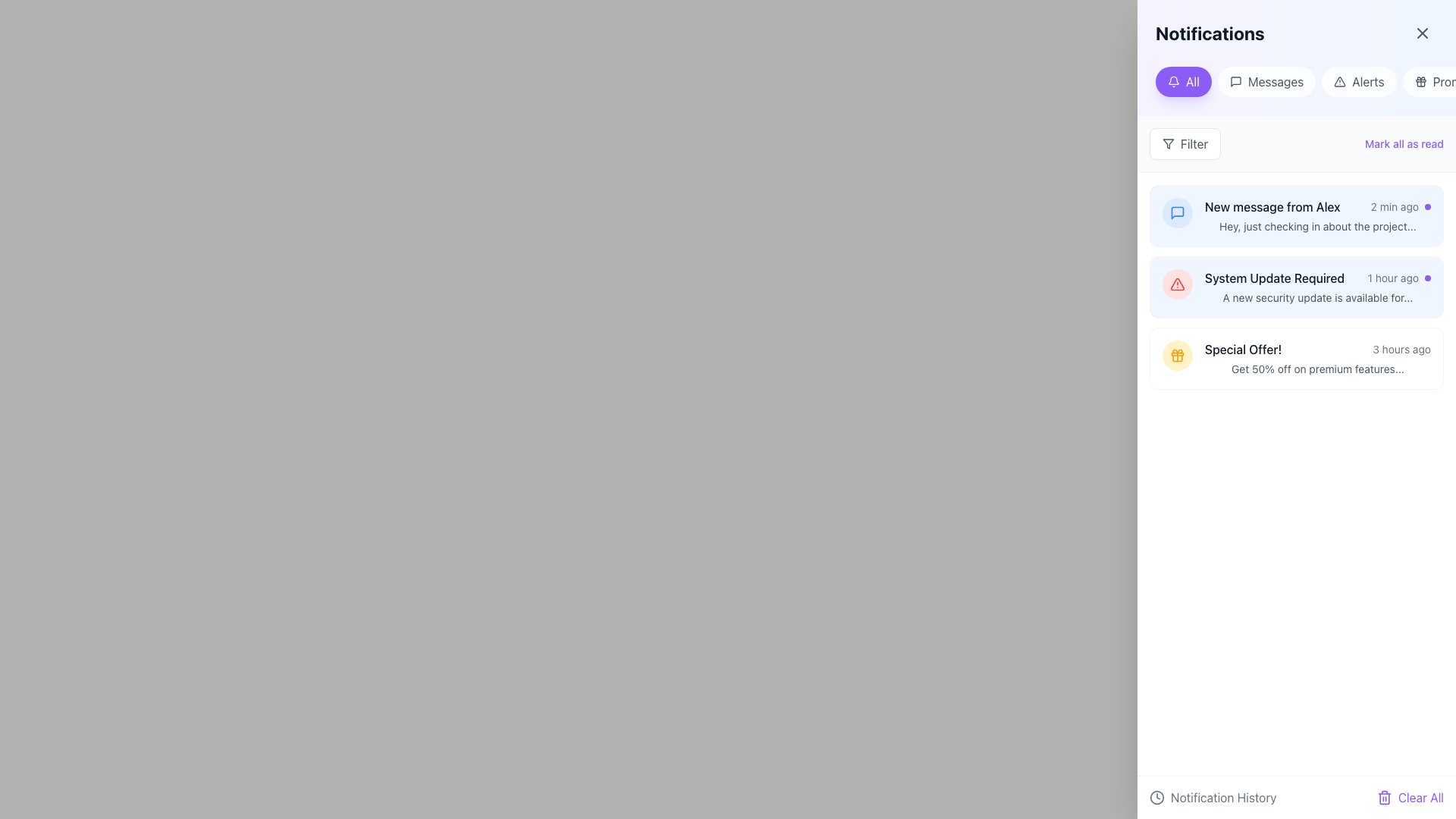 The width and height of the screenshot is (1456, 819). What do you see at coordinates (1422, 33) in the screenshot?
I see `the close or 'X' icon located at the top-right corner of the notification panel` at bounding box center [1422, 33].